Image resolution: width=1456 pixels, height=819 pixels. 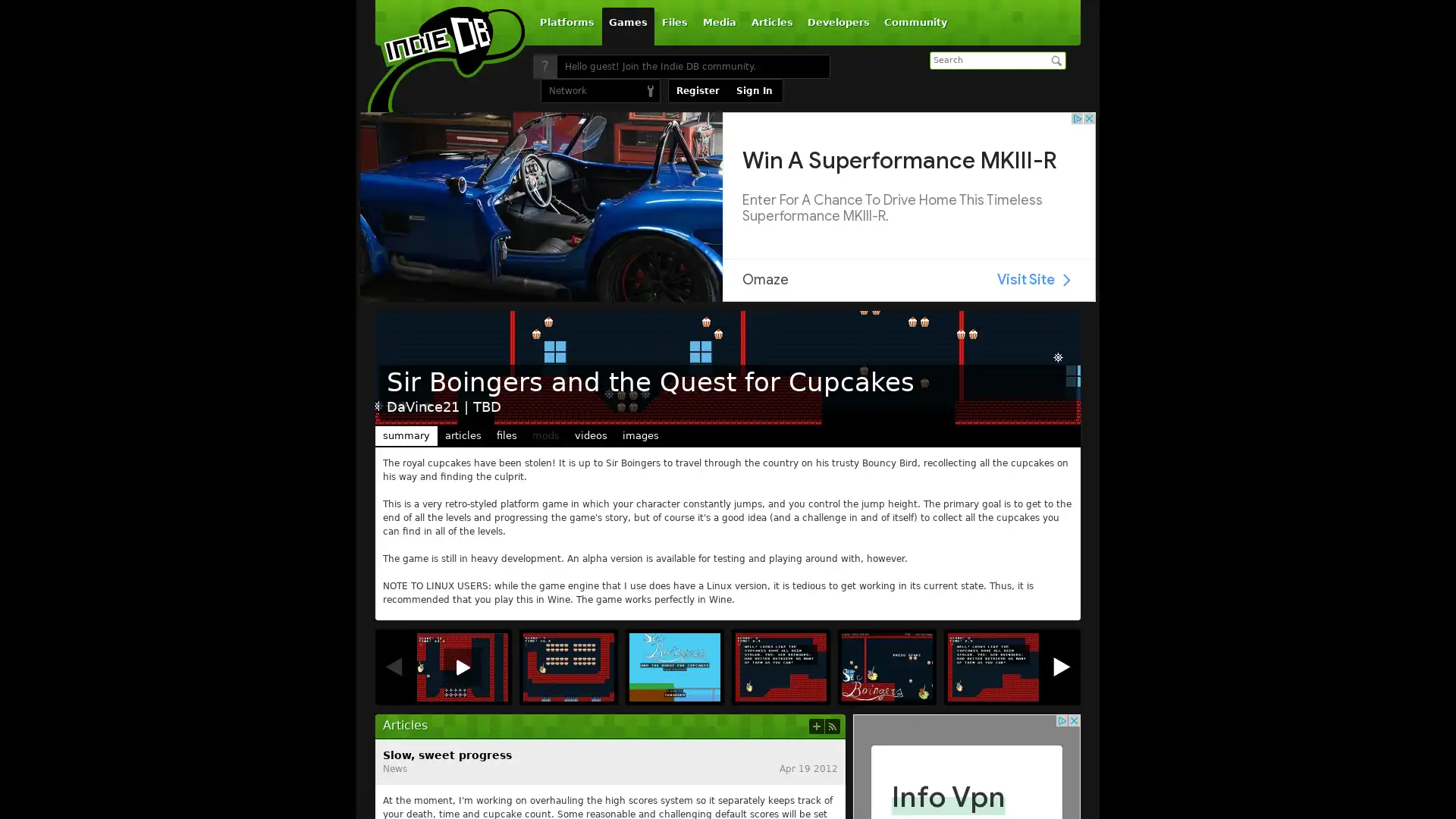 I want to click on Search, so click(x=1055, y=60).